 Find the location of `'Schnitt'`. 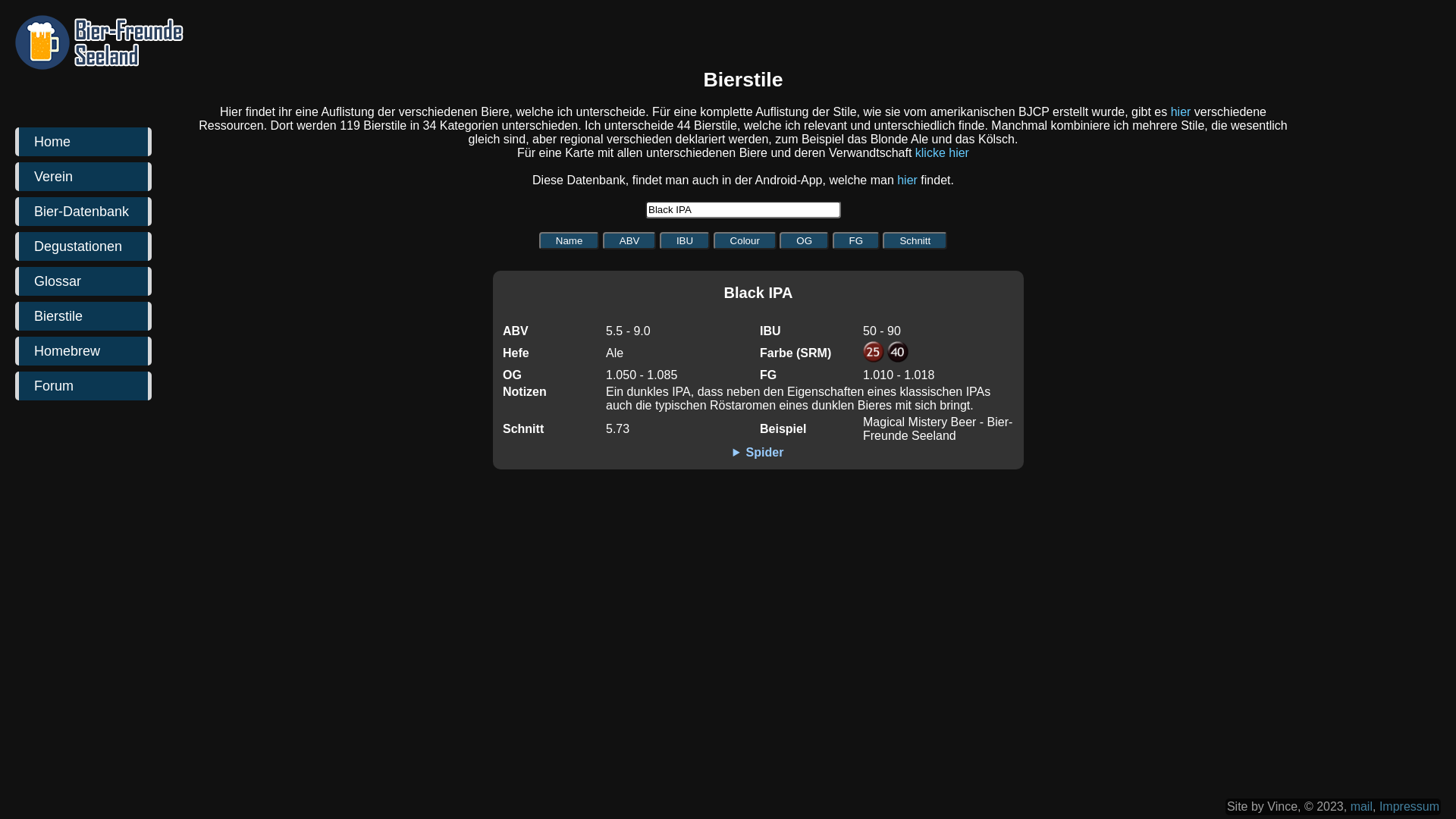

'Schnitt' is located at coordinates (914, 240).